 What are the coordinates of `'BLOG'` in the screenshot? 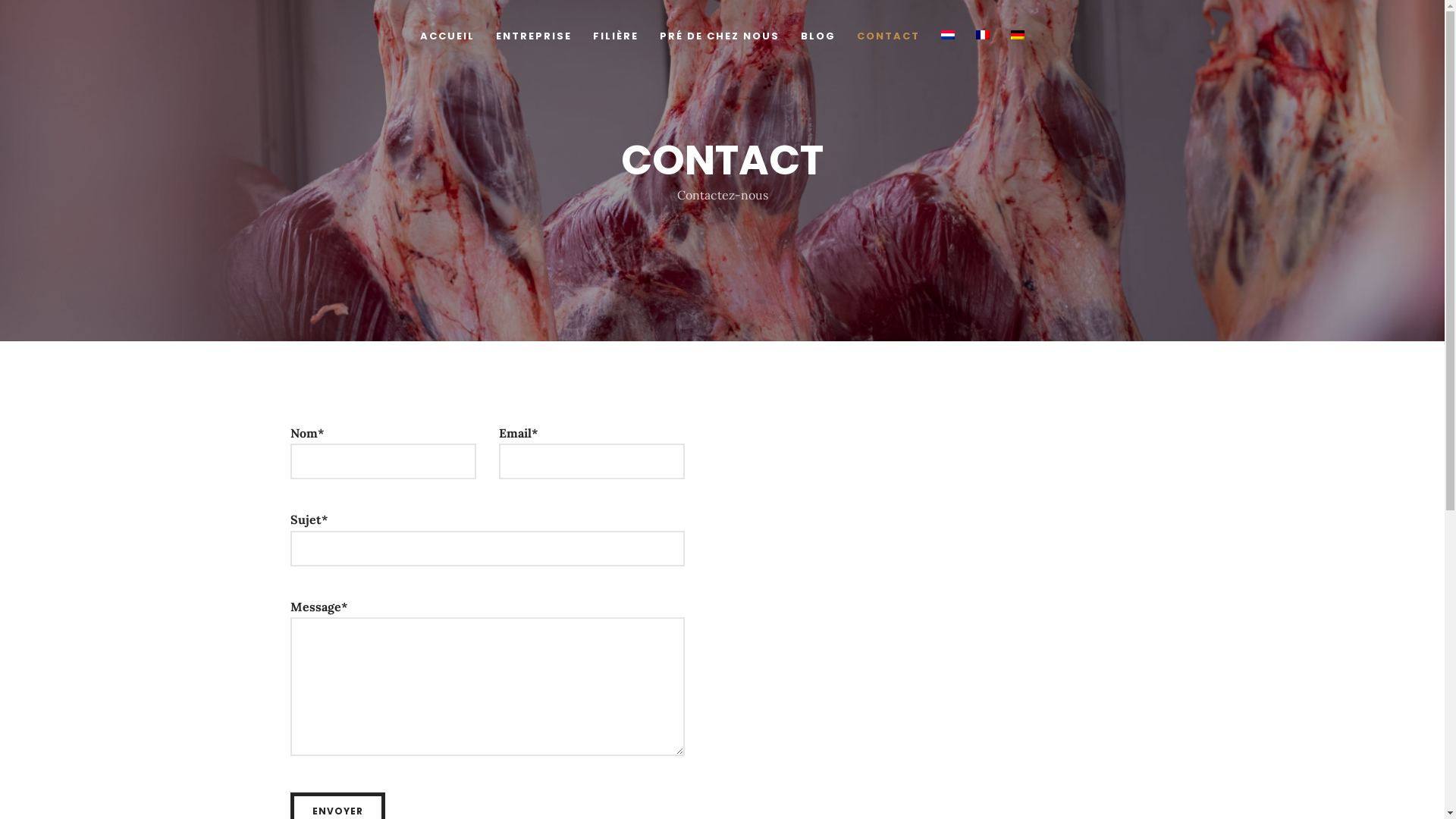 It's located at (800, 39).